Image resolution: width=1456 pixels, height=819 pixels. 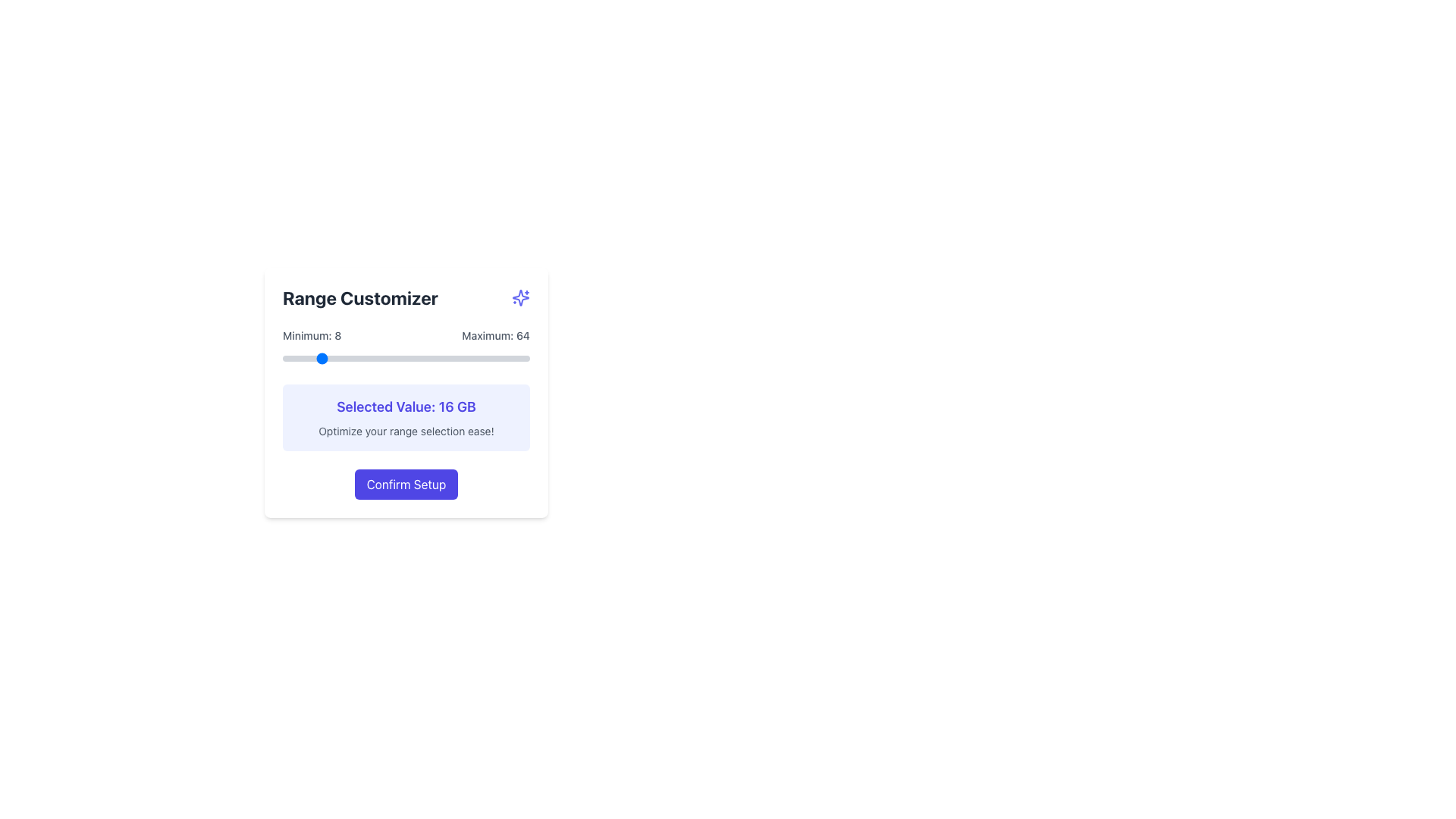 What do you see at coordinates (406, 485) in the screenshot?
I see `the 'Confirm Setup' button, which is a rectangular button with rounded corners and an indigo background` at bounding box center [406, 485].